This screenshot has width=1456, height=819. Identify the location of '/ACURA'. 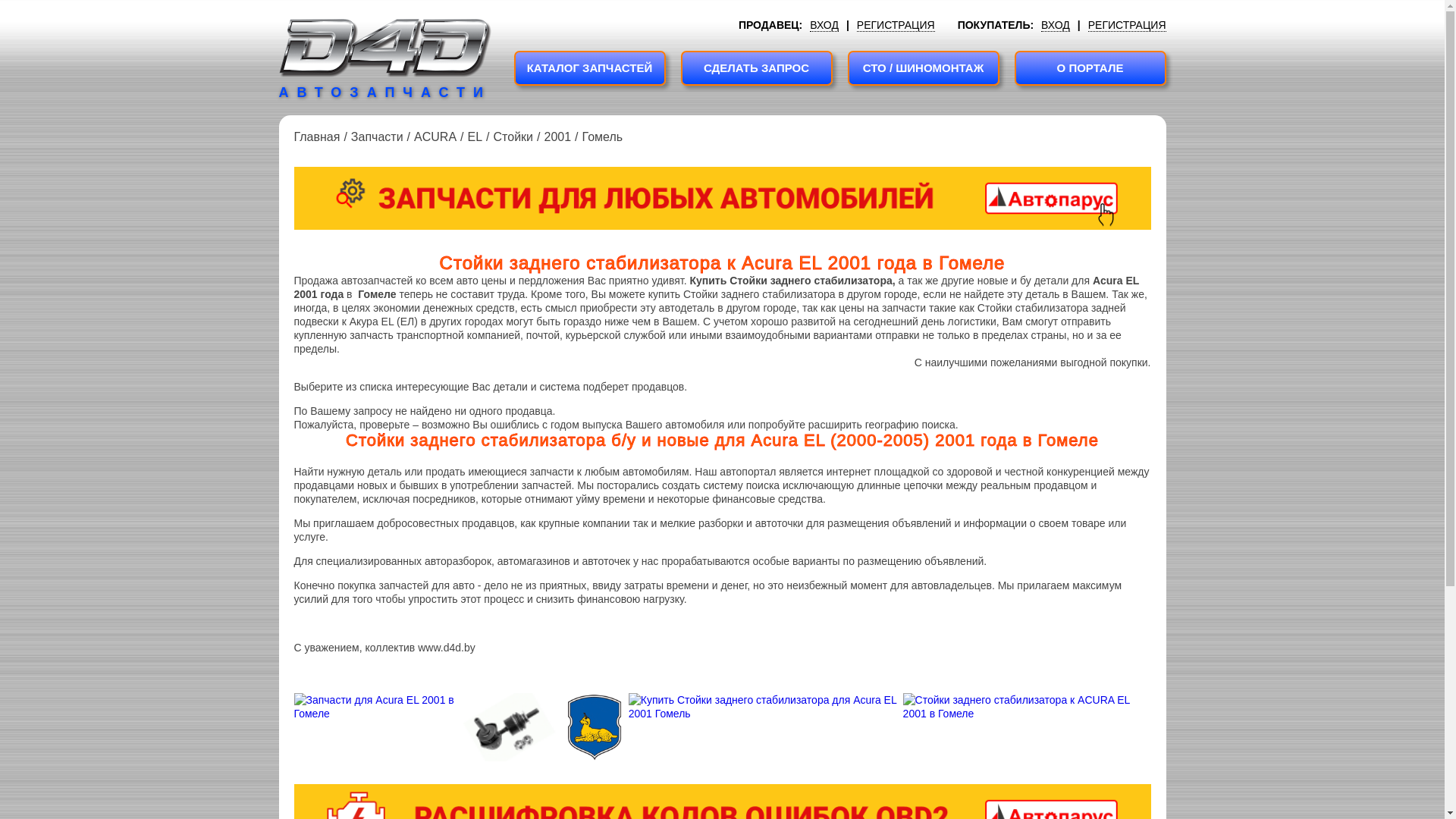
(428, 137).